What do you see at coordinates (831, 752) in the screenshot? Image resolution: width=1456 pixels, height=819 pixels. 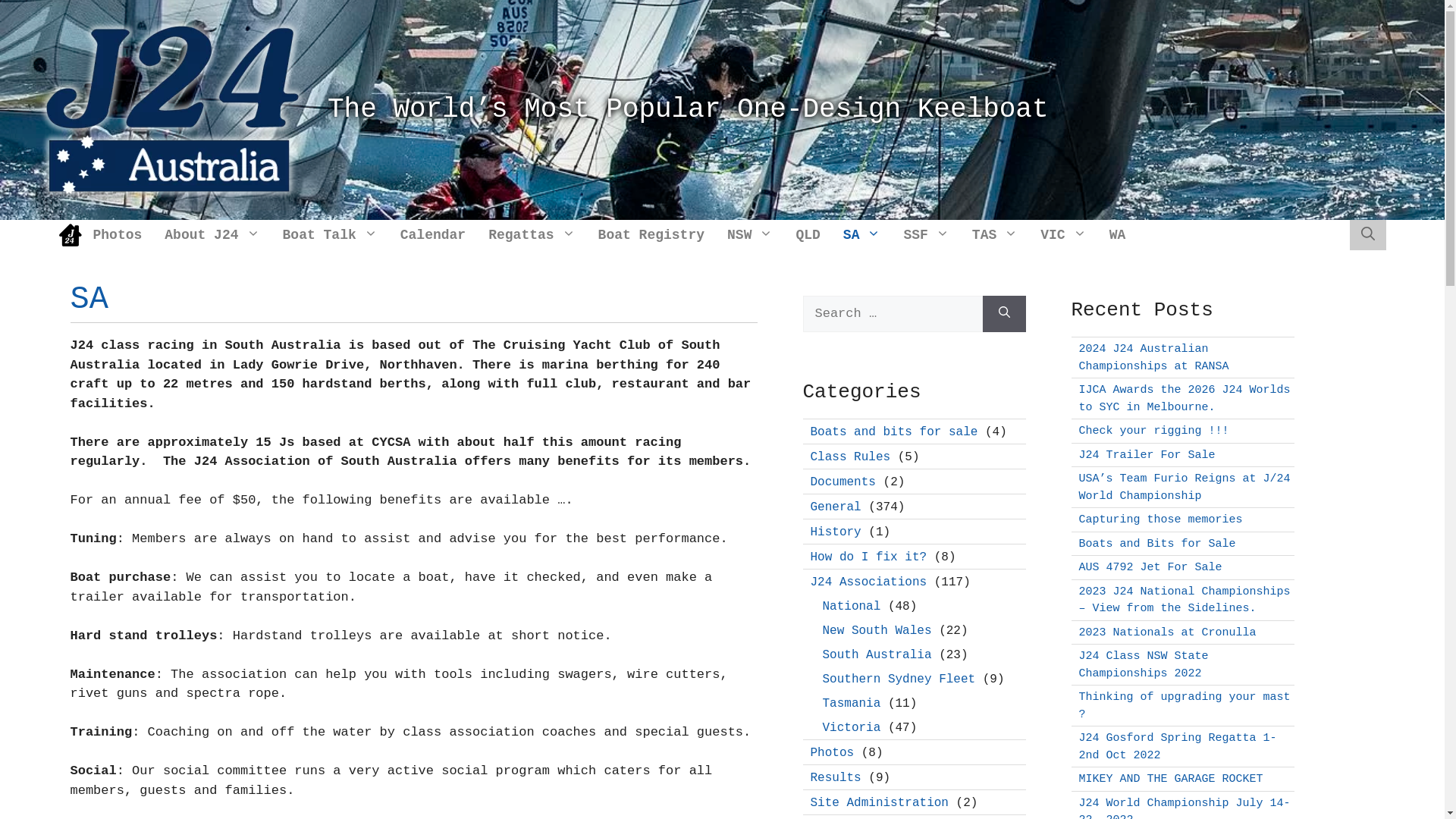 I see `'Photos'` at bounding box center [831, 752].